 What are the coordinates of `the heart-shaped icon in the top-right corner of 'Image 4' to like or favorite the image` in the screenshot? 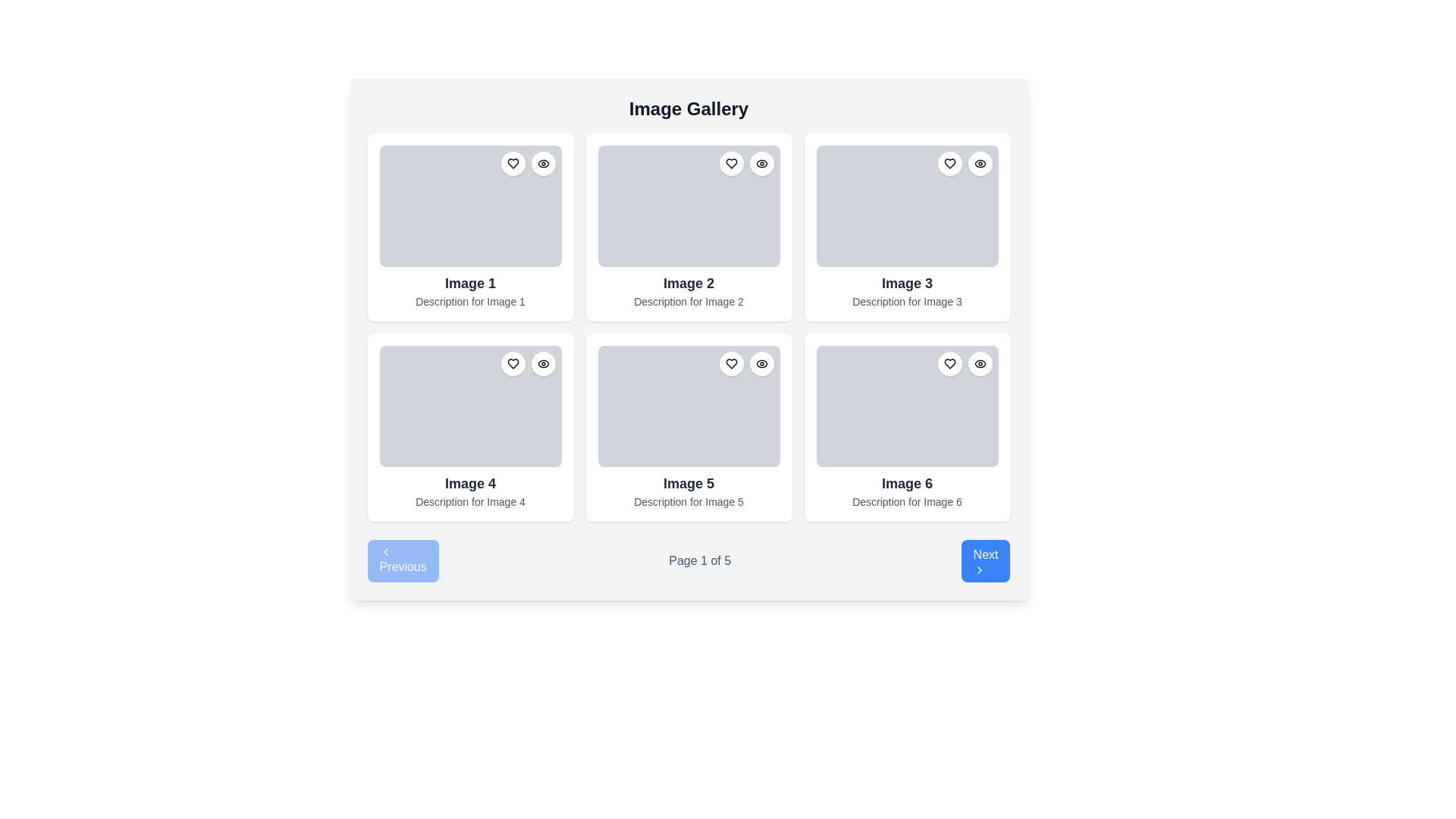 It's located at (513, 363).